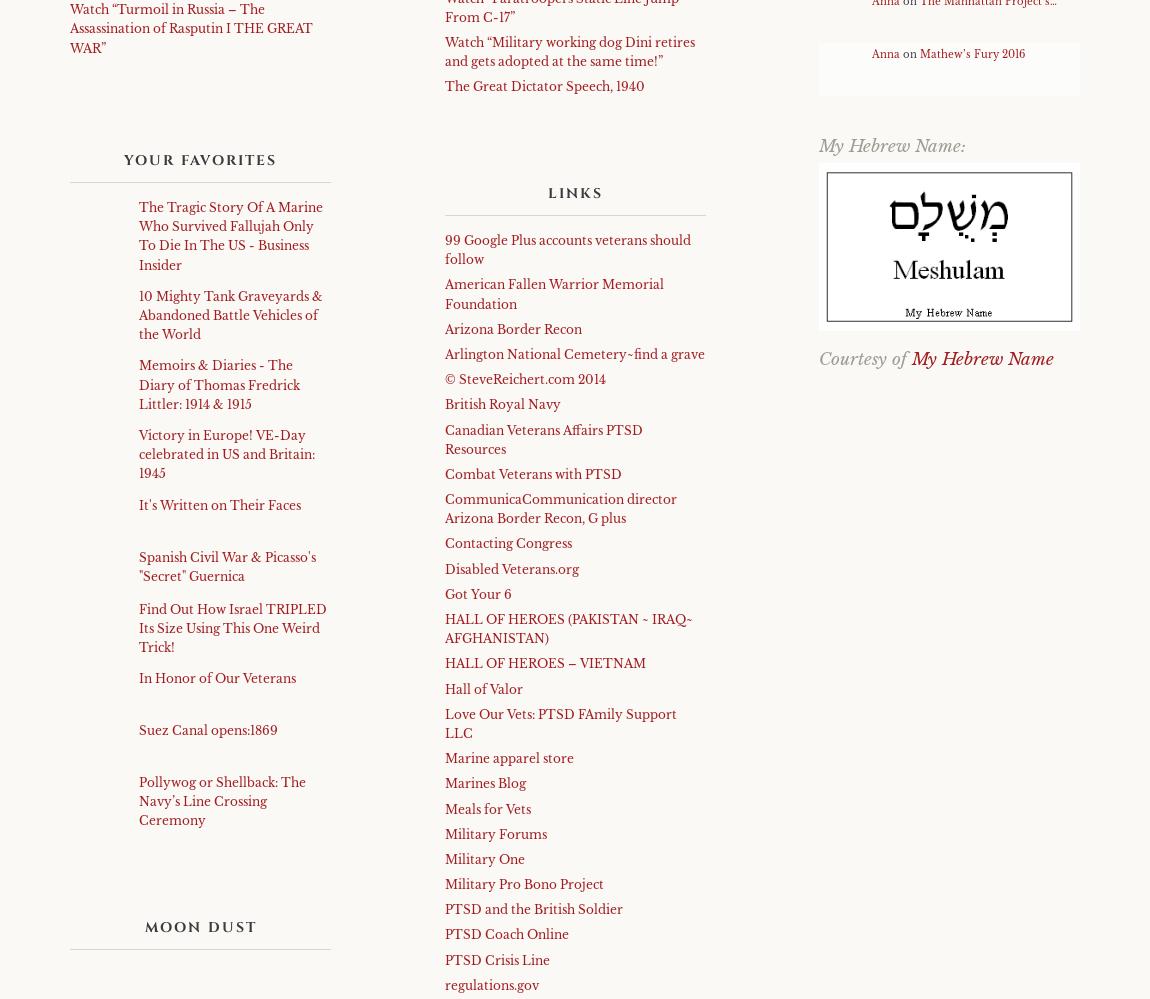 The width and height of the screenshot is (1150, 999). What do you see at coordinates (444, 662) in the screenshot?
I see `'HALL OF HEROES – VIETNAM'` at bounding box center [444, 662].